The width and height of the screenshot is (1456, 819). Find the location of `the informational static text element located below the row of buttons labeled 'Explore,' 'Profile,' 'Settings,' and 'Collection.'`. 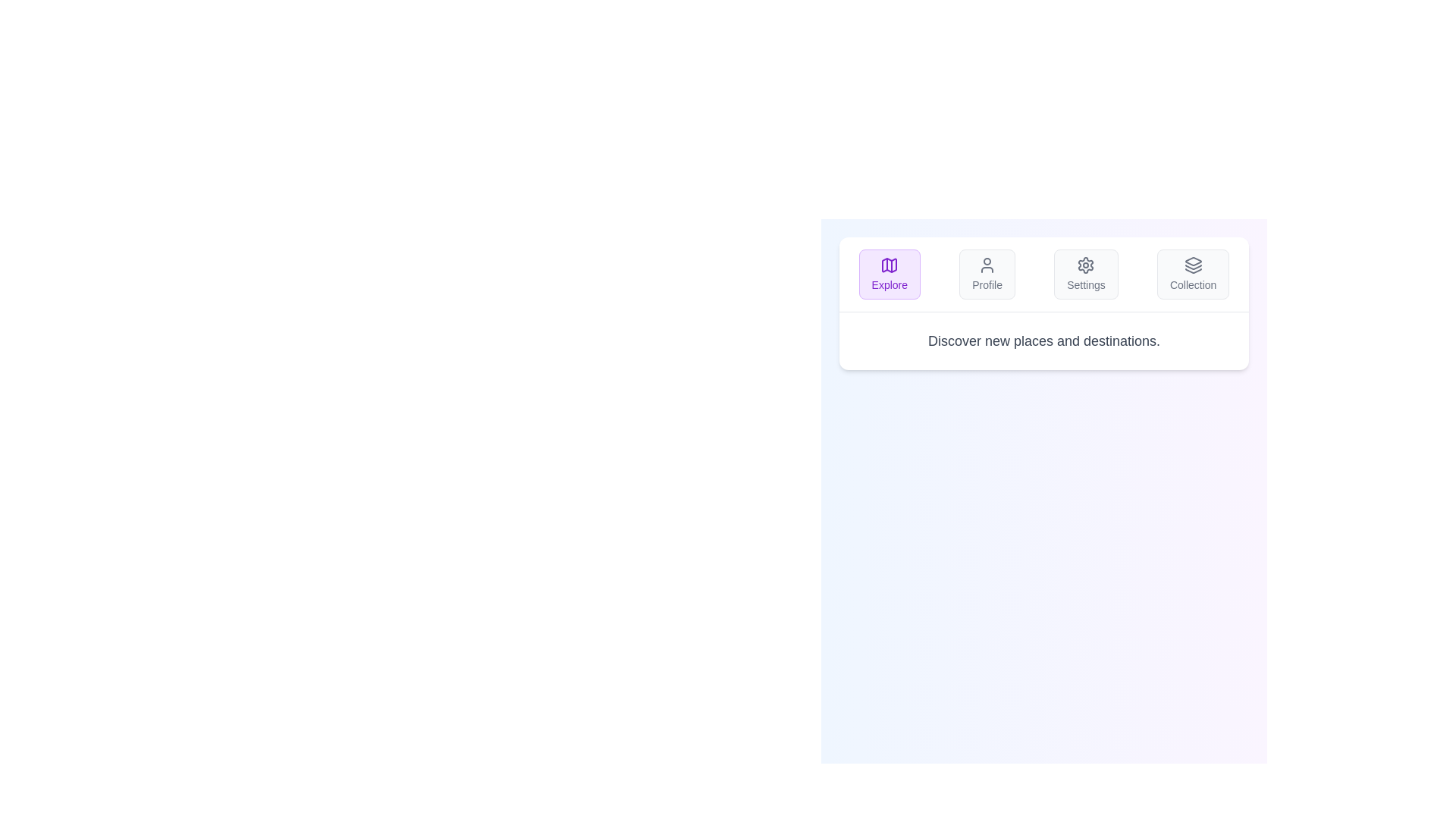

the informational static text element located below the row of buttons labeled 'Explore,' 'Profile,' 'Settings,' and 'Collection.' is located at coordinates (1043, 341).